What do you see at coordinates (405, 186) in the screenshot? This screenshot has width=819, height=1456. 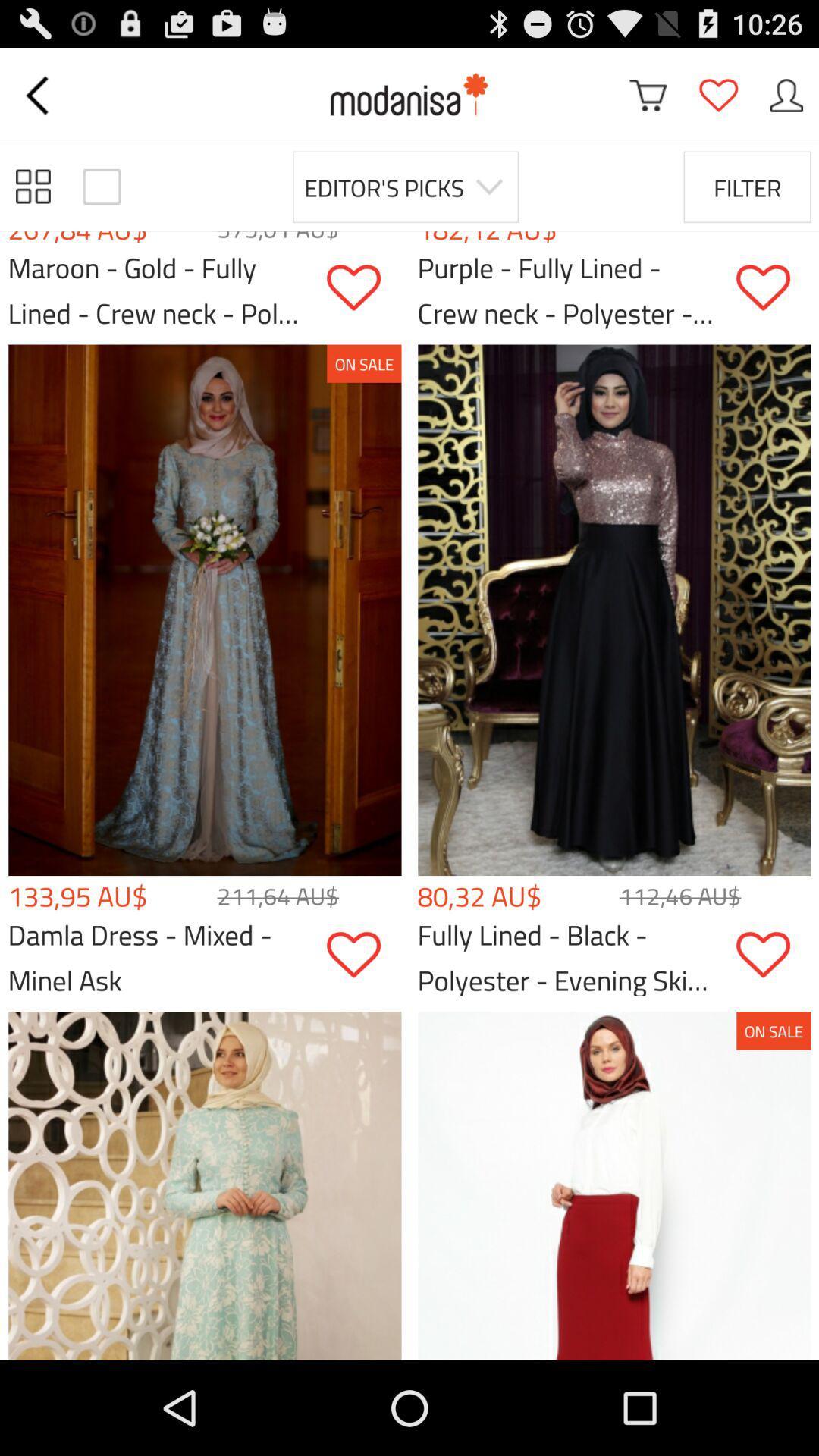 I see `editor's picks` at bounding box center [405, 186].